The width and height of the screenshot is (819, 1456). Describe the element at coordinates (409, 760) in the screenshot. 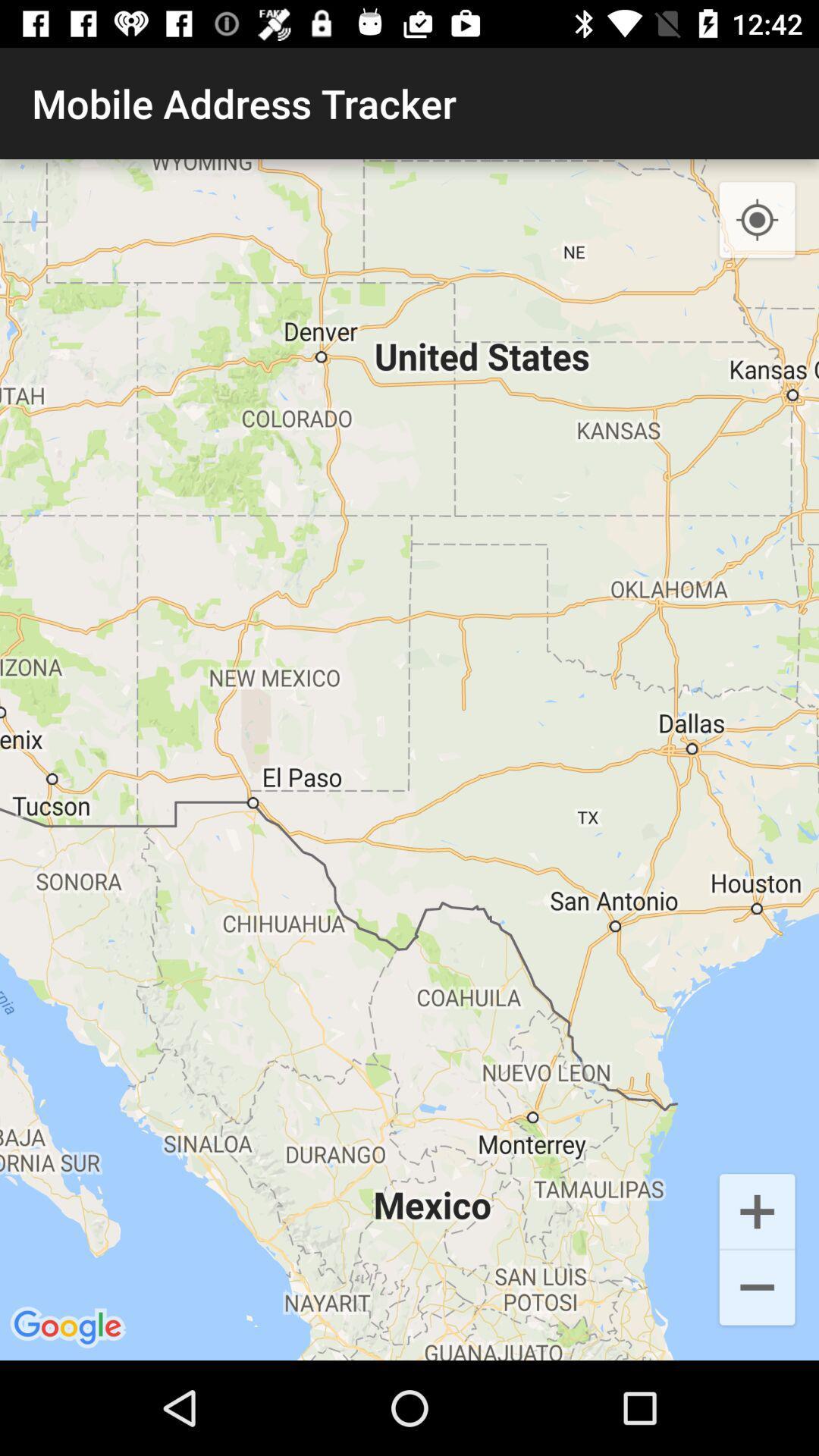

I see `the item below mobile address tracker` at that location.